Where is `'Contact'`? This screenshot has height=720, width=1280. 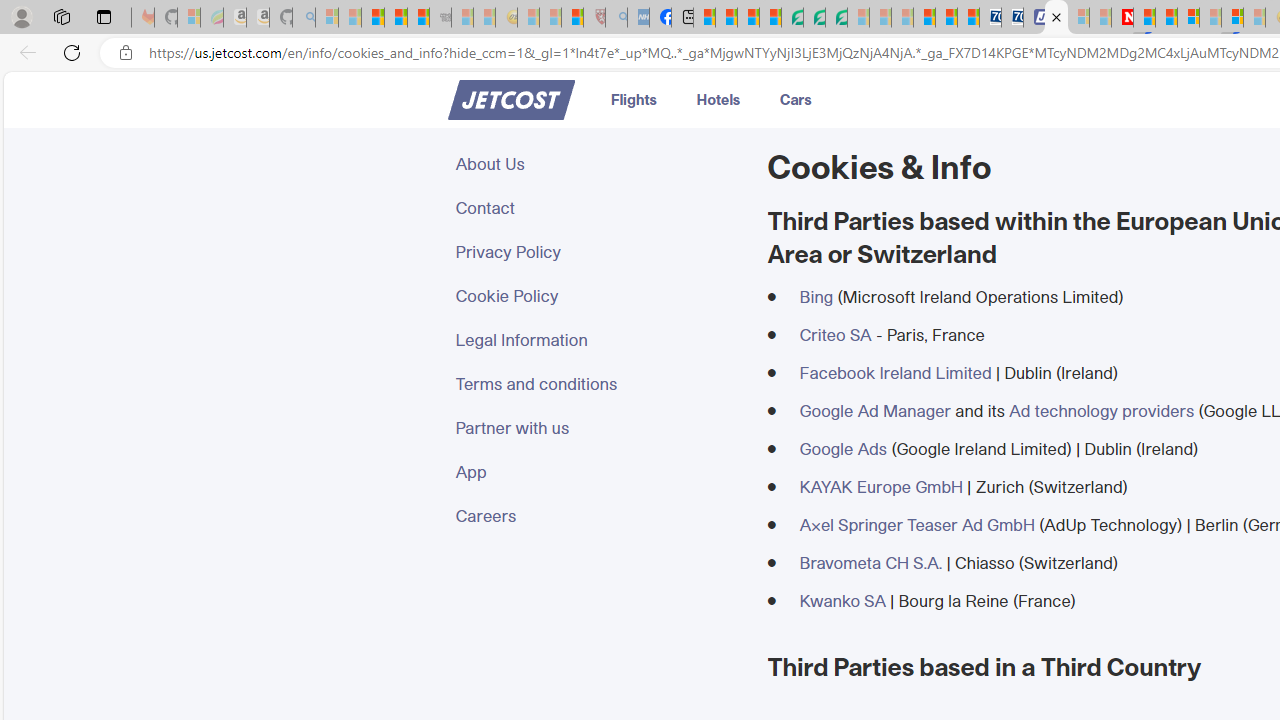 'Contact' is located at coordinates (598, 208).